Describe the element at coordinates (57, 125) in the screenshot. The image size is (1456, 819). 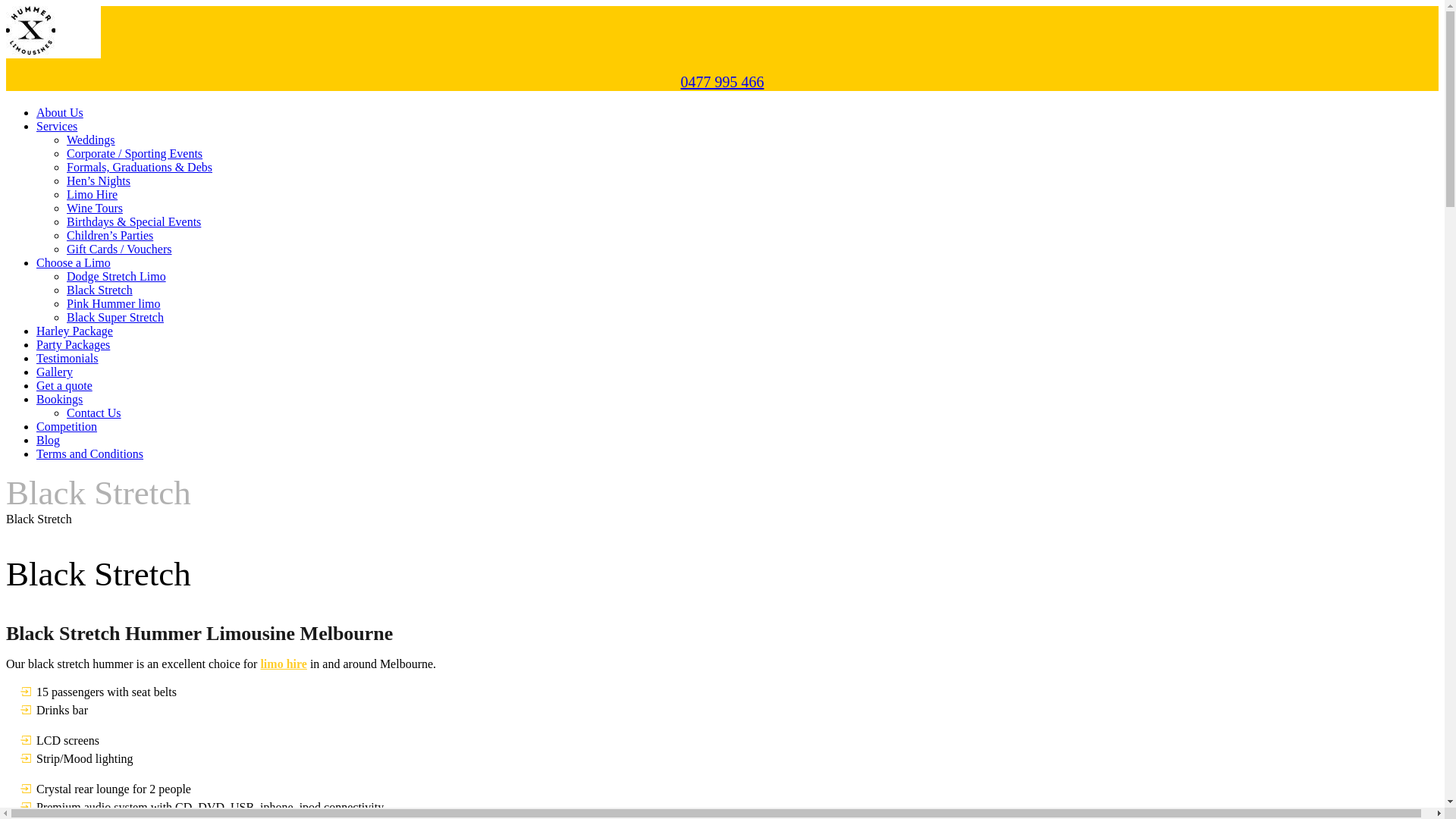
I see `'Services'` at that location.